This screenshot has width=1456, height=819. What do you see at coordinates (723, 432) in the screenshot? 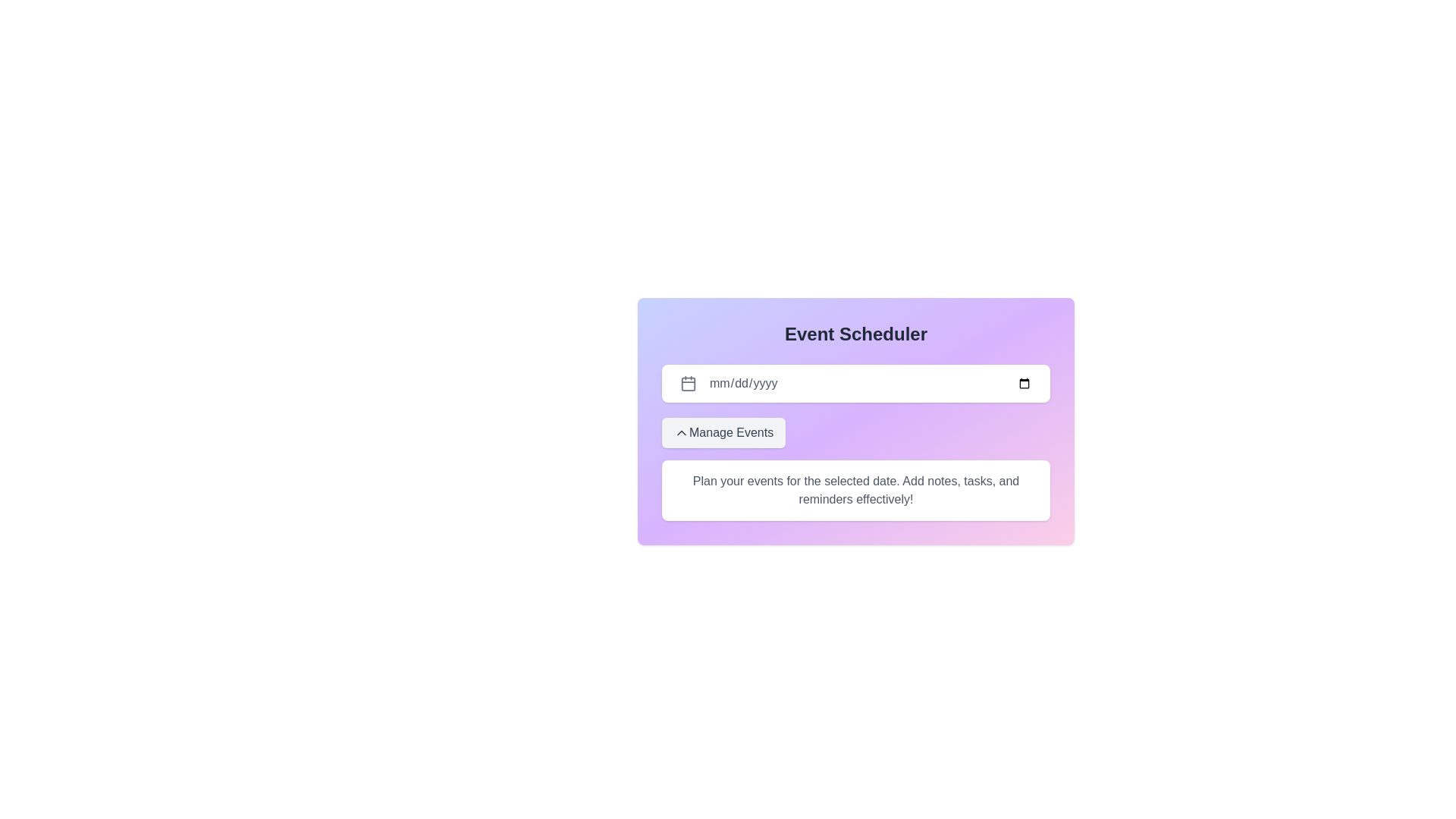
I see `the toggle button located in the lower portion of the 'Event Scheduler' section to manage events, positioned directly below the date input field` at bounding box center [723, 432].